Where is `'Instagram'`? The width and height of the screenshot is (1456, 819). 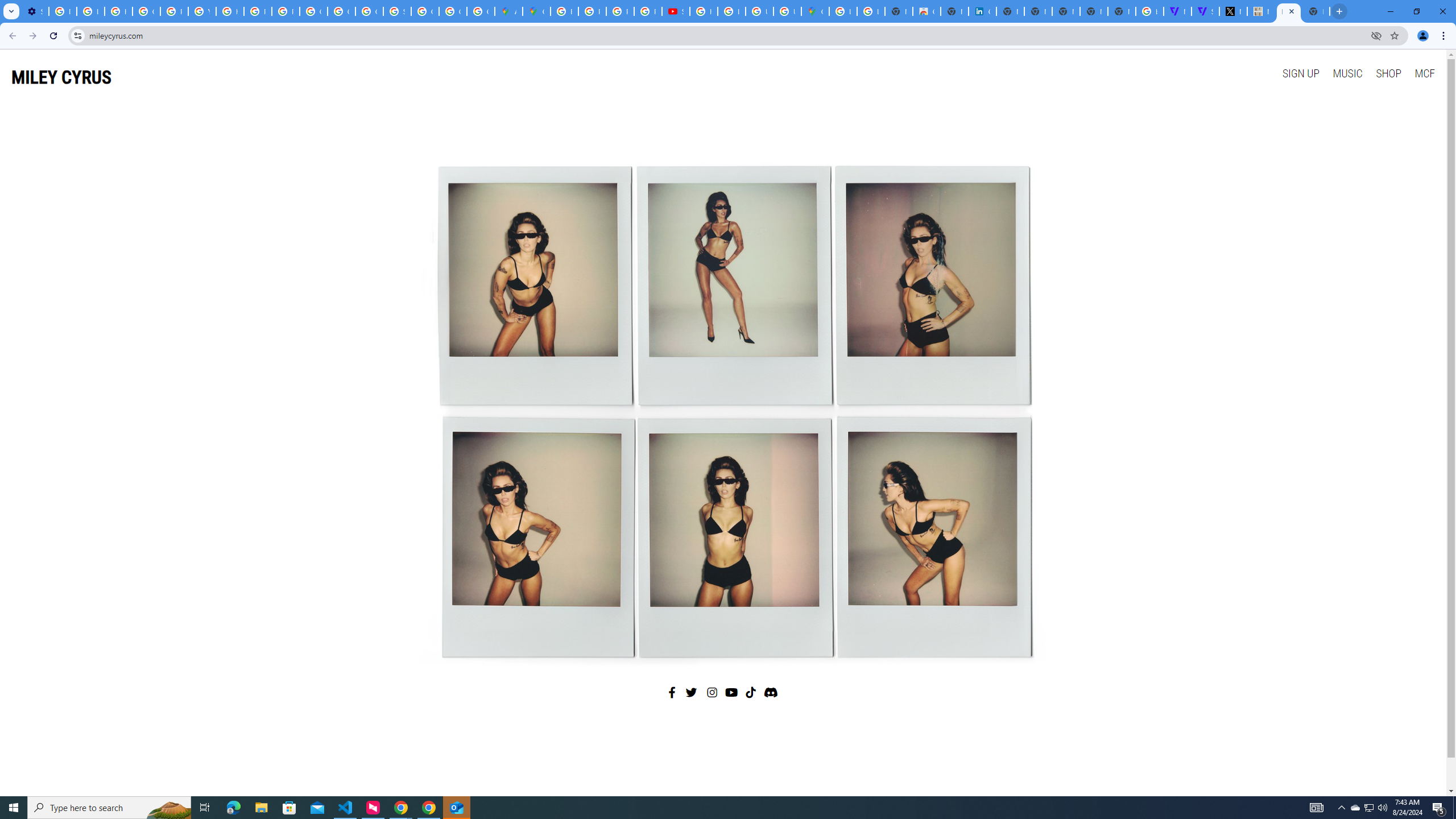 'Instagram' is located at coordinates (712, 692).